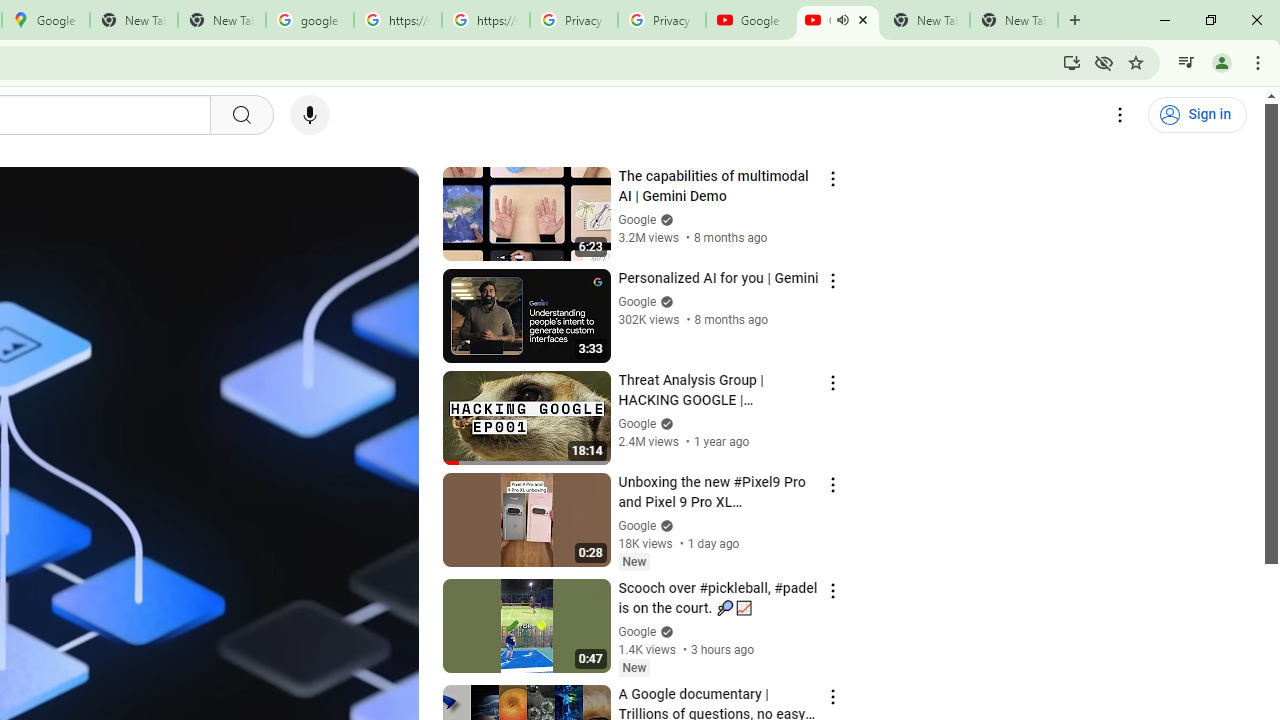 The image size is (1280, 720). What do you see at coordinates (485, 20) in the screenshot?
I see `'https://scholar.google.com/'` at bounding box center [485, 20].